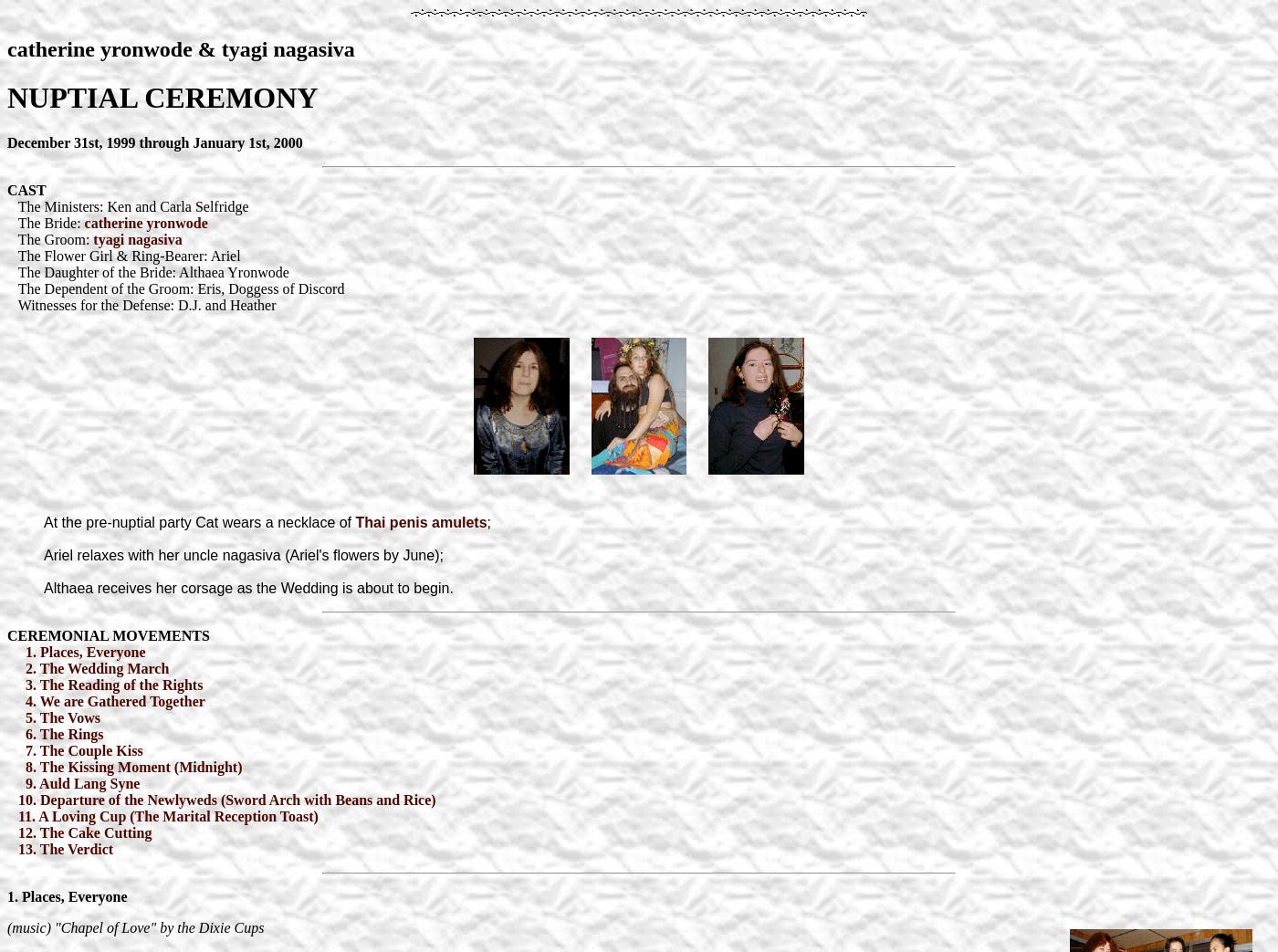 The height and width of the screenshot is (952, 1278). I want to click on 'Ariel relaxes with her uncle nagasiva (Ariel's flowers by June);', so click(243, 553).